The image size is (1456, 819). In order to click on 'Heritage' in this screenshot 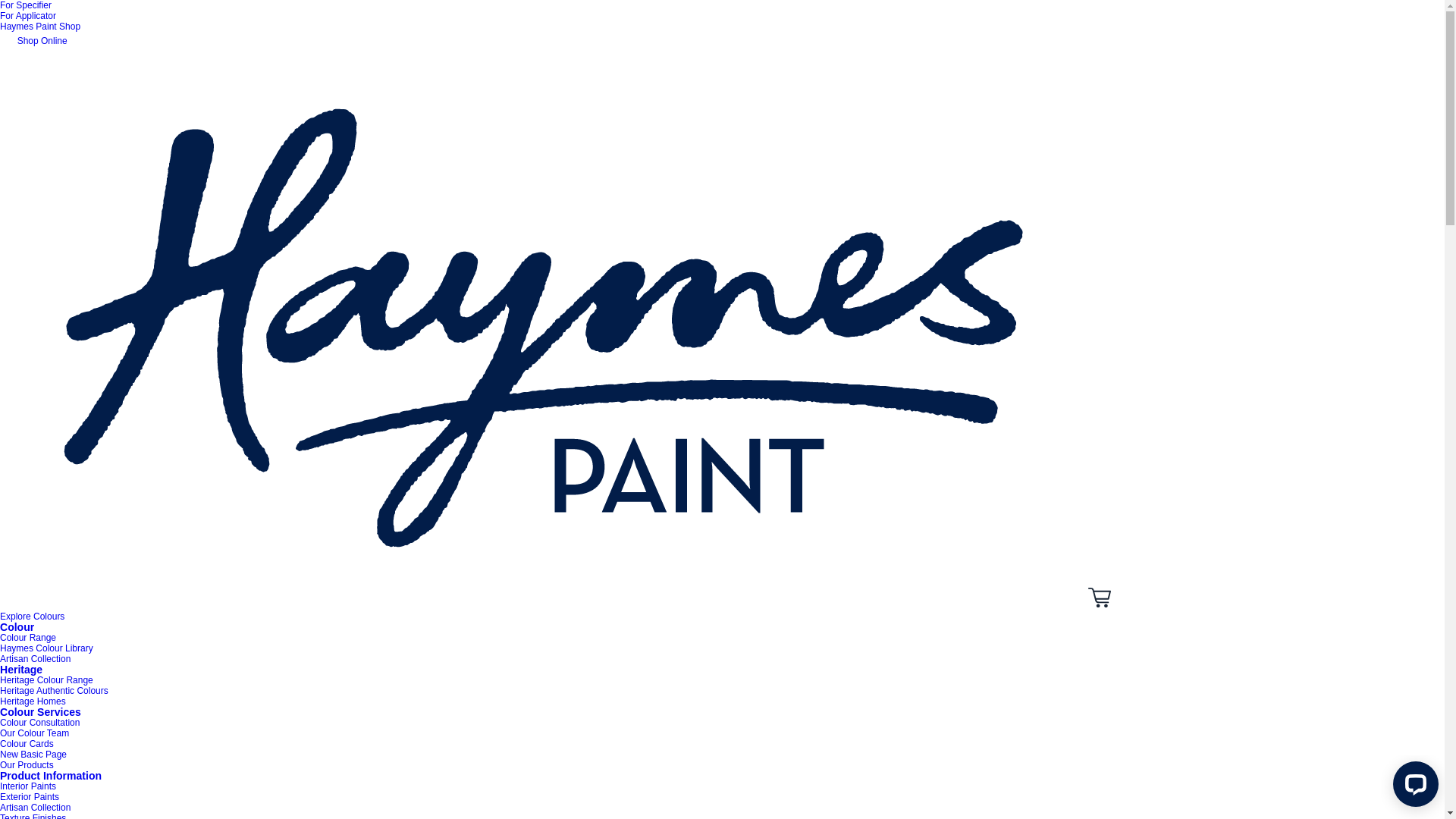, I will do `click(21, 669)`.